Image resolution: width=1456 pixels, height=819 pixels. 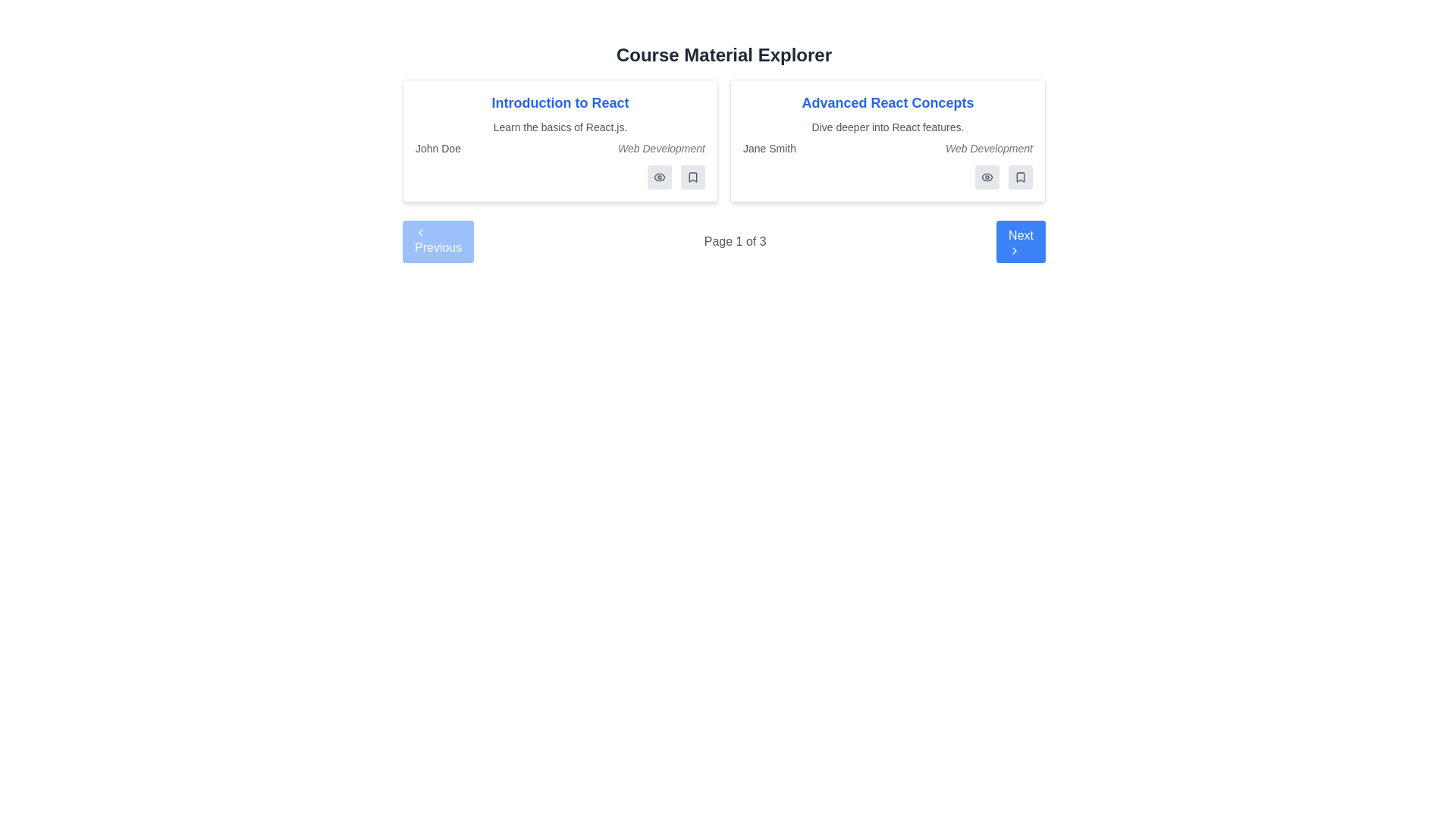 I want to click on the Text label that displays additional information about the presenter or topic, located below and to the right of the text 'John Doe' in the left card, so click(x=661, y=149).